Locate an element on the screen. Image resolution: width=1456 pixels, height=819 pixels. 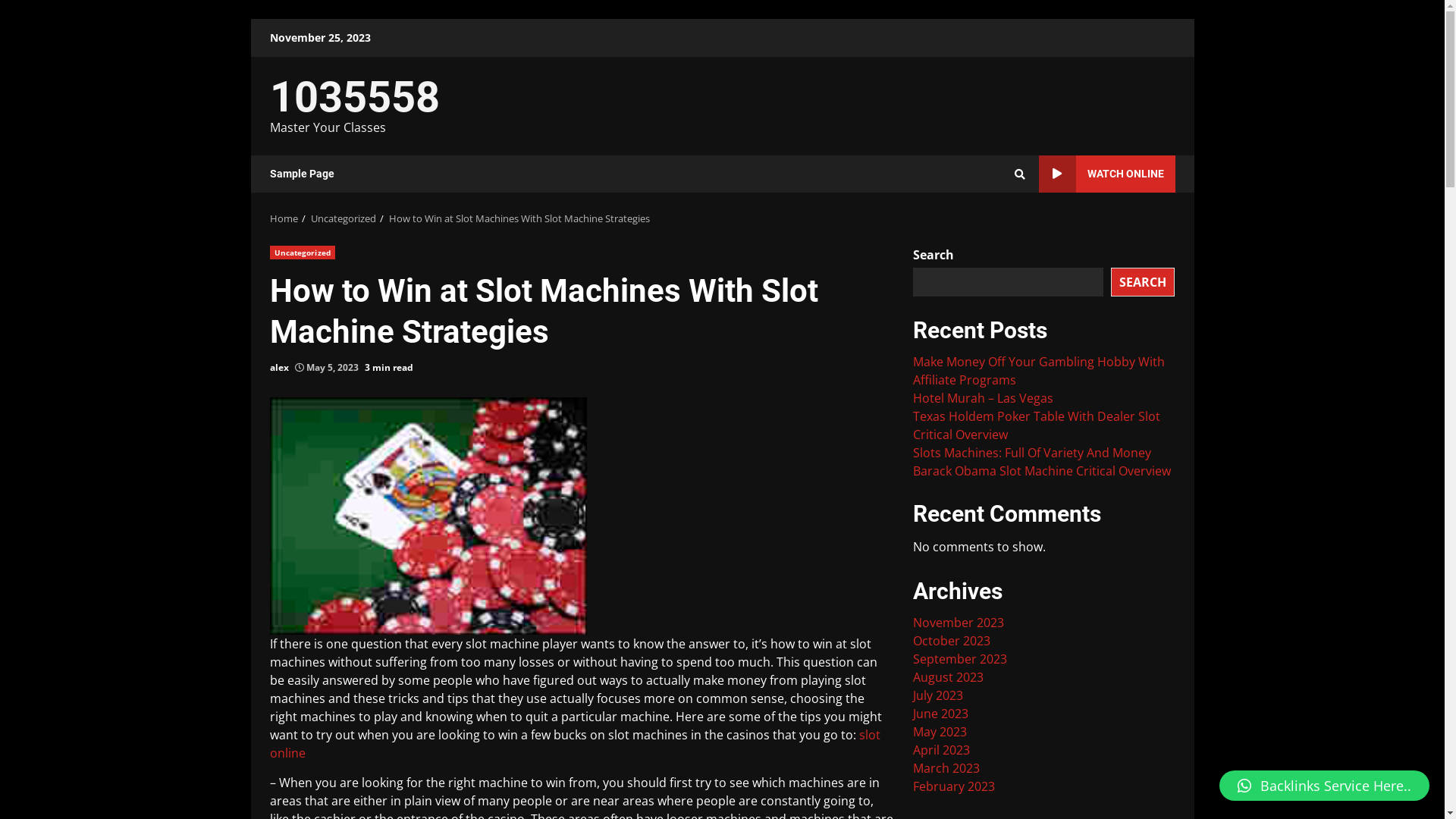
'Texas Holdem Poker Table With Dealer Slot Critical Overview' is located at coordinates (1036, 425).